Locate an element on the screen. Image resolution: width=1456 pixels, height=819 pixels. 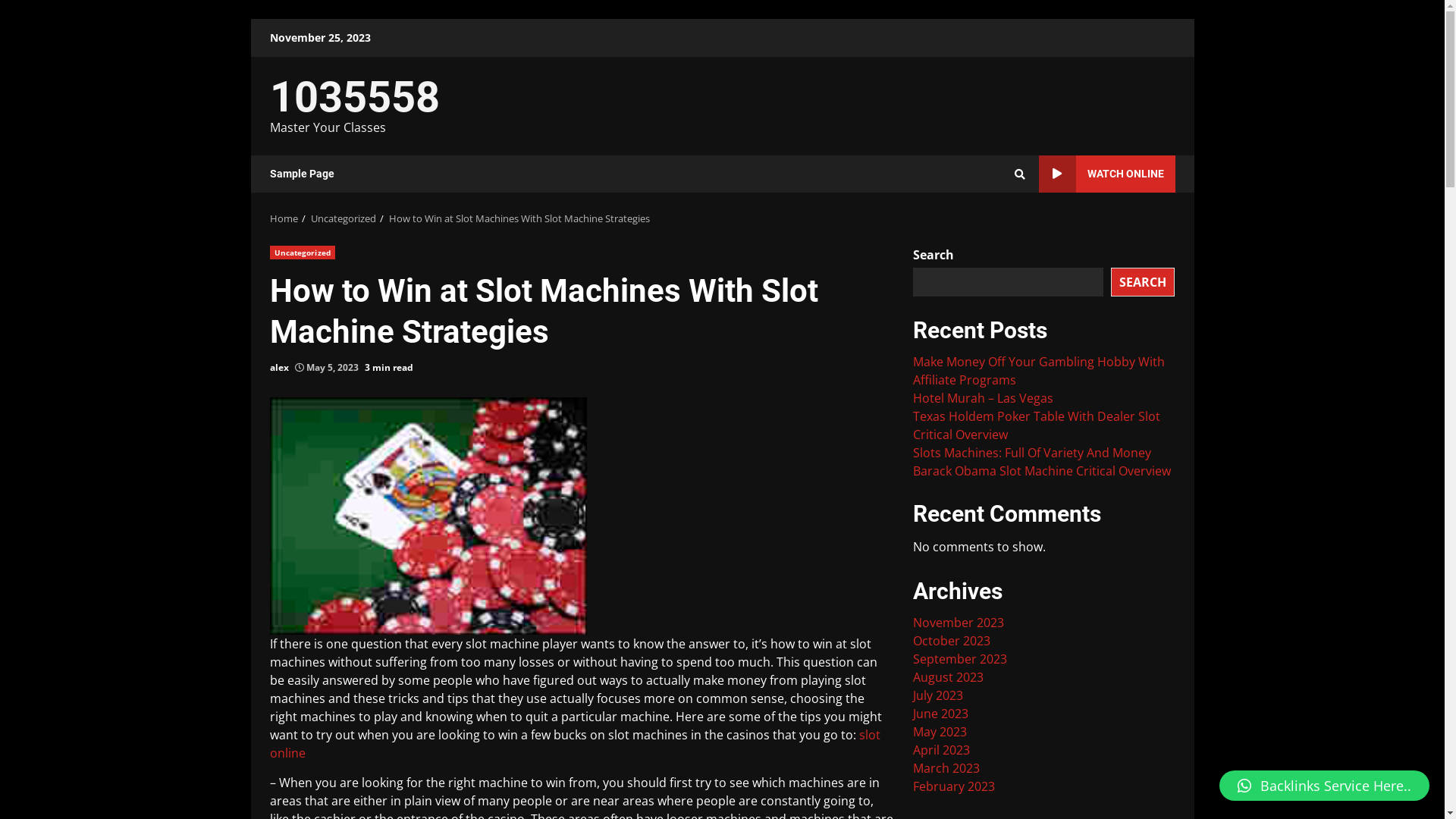
'Texas Holdem Poker Table With Dealer Slot Critical Overview' is located at coordinates (1036, 425).